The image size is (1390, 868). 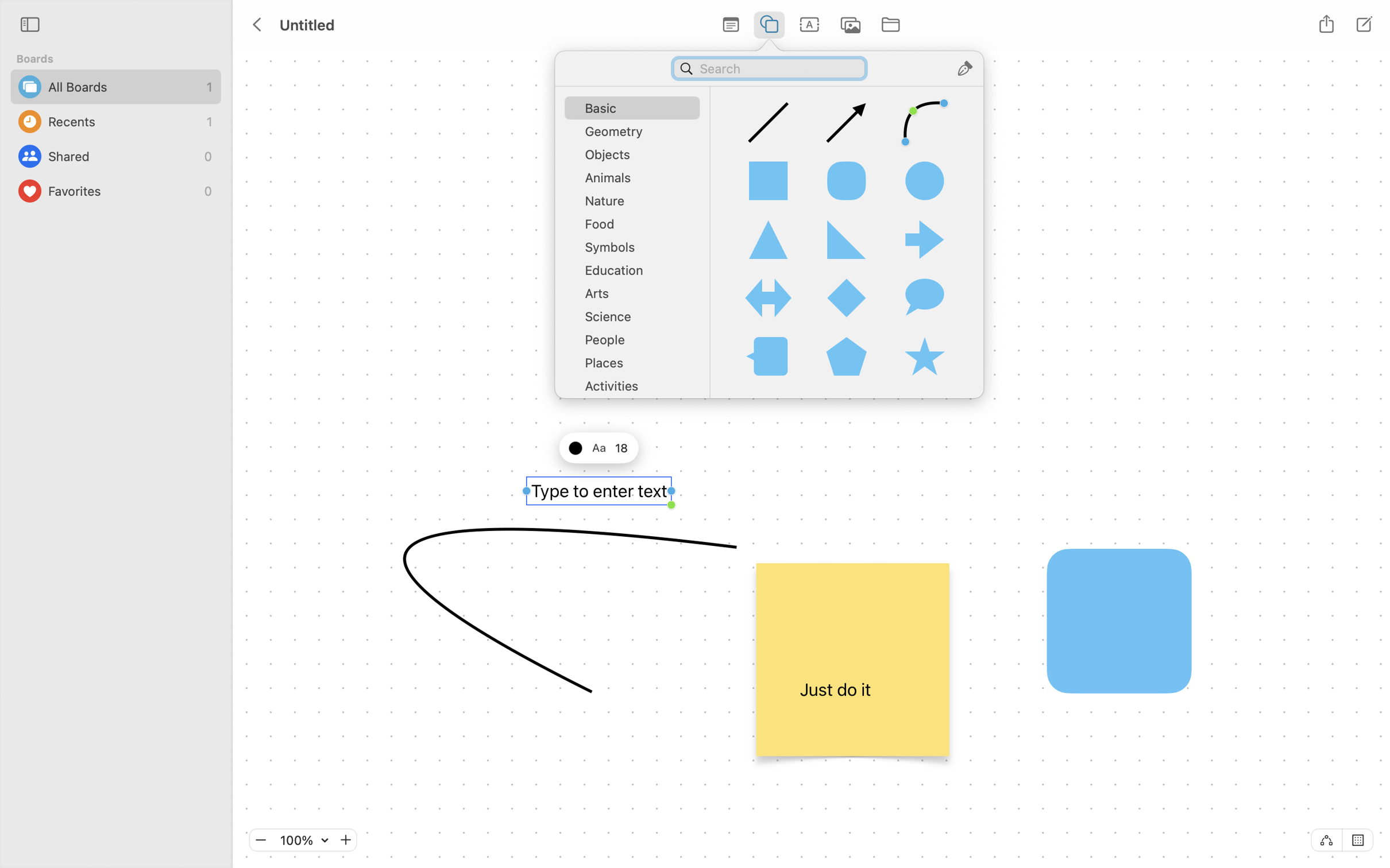 What do you see at coordinates (636, 227) in the screenshot?
I see `'Food'` at bounding box center [636, 227].